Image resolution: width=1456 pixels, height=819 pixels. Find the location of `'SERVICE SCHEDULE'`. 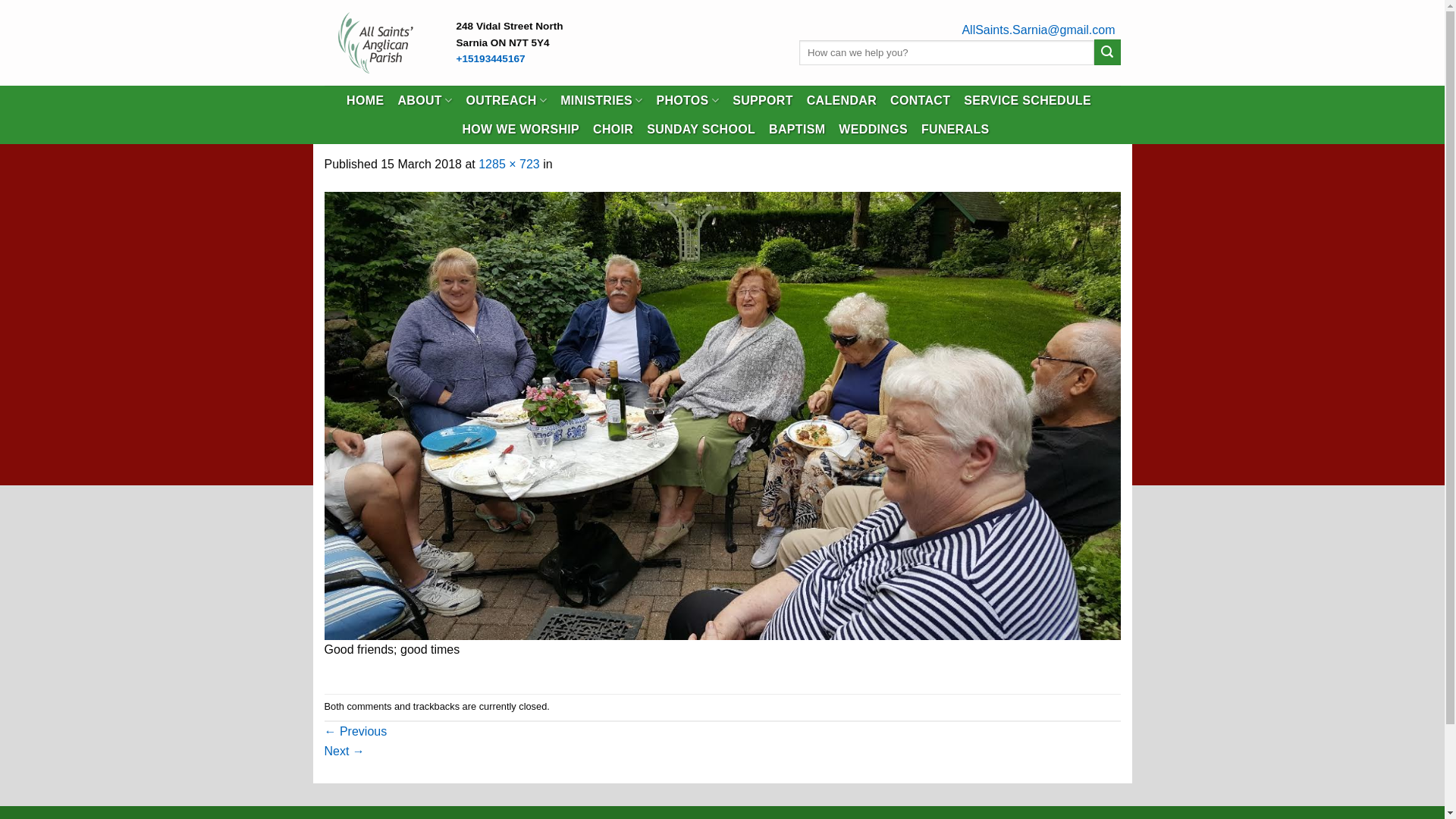

'SERVICE SCHEDULE' is located at coordinates (1027, 100).